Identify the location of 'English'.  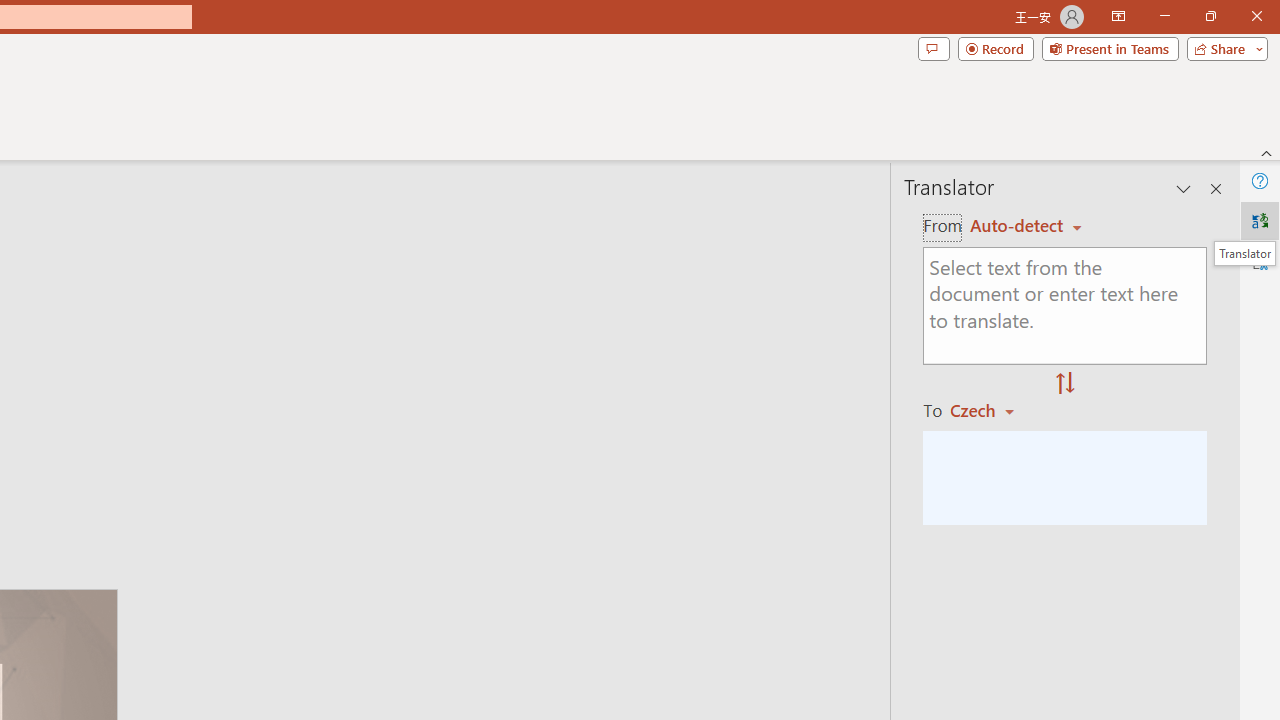
(1025, 225).